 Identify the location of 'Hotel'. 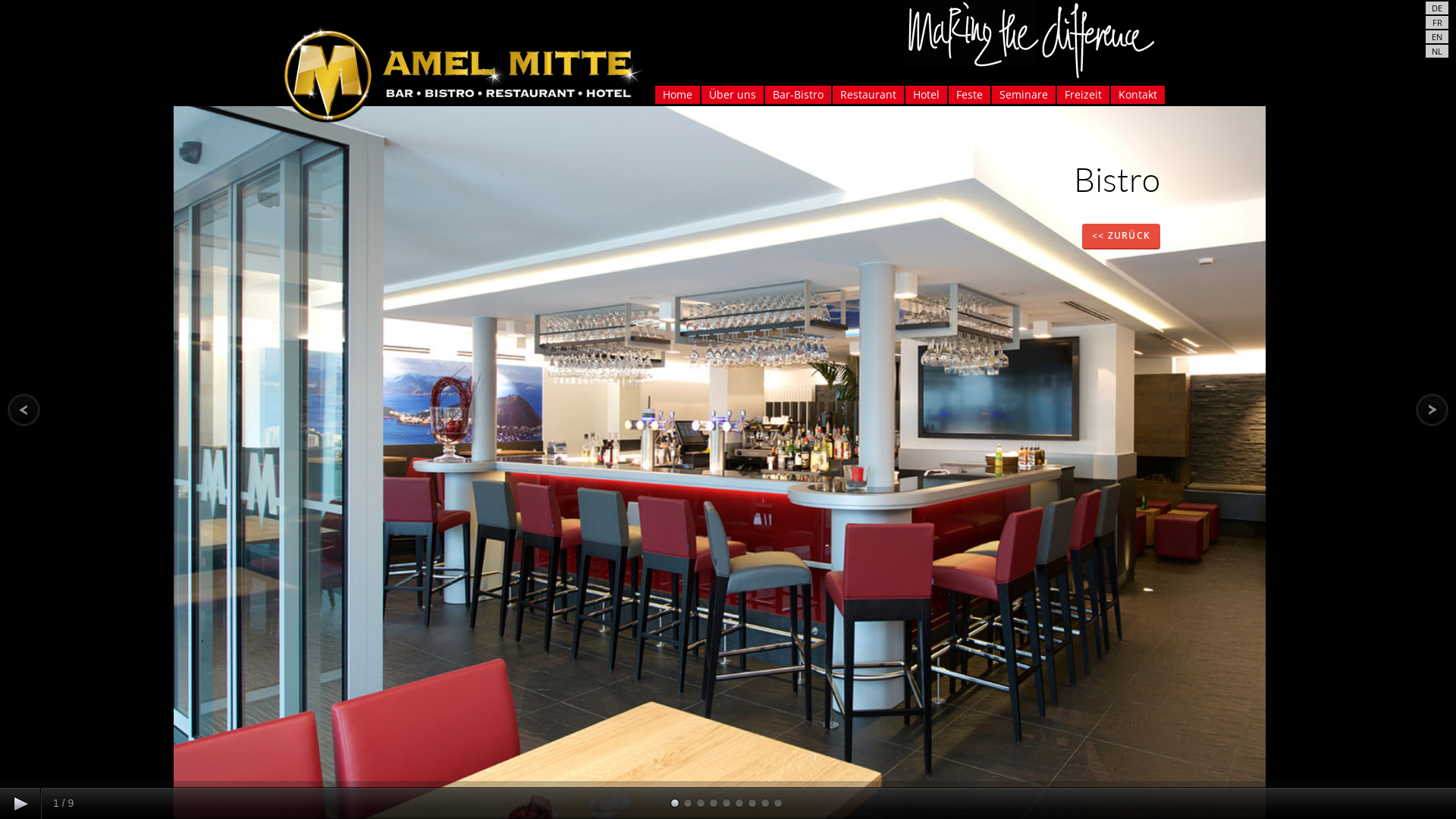
(925, 94).